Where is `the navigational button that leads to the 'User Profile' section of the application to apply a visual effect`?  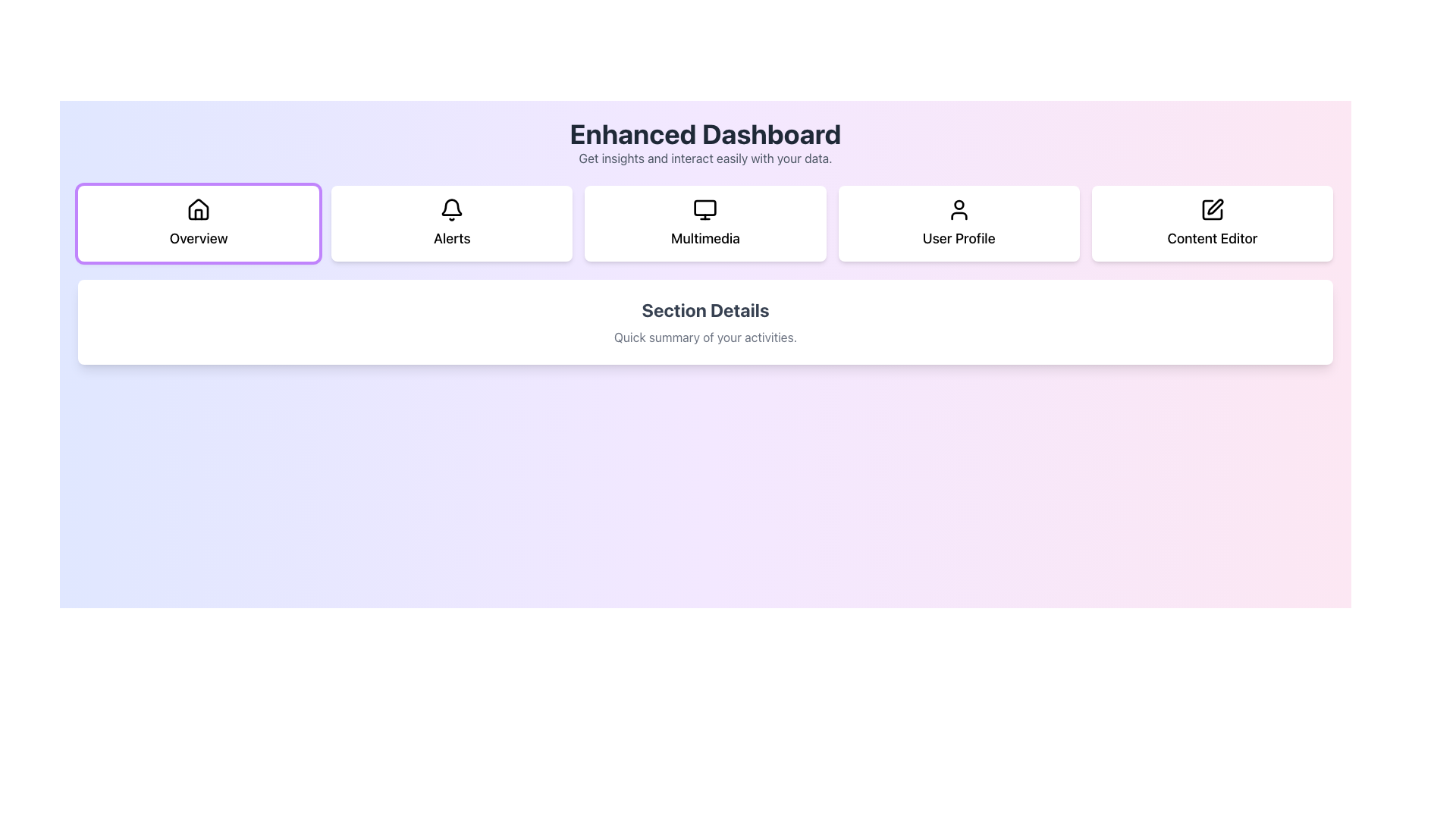 the navigational button that leads to the 'User Profile' section of the application to apply a visual effect is located at coordinates (958, 223).